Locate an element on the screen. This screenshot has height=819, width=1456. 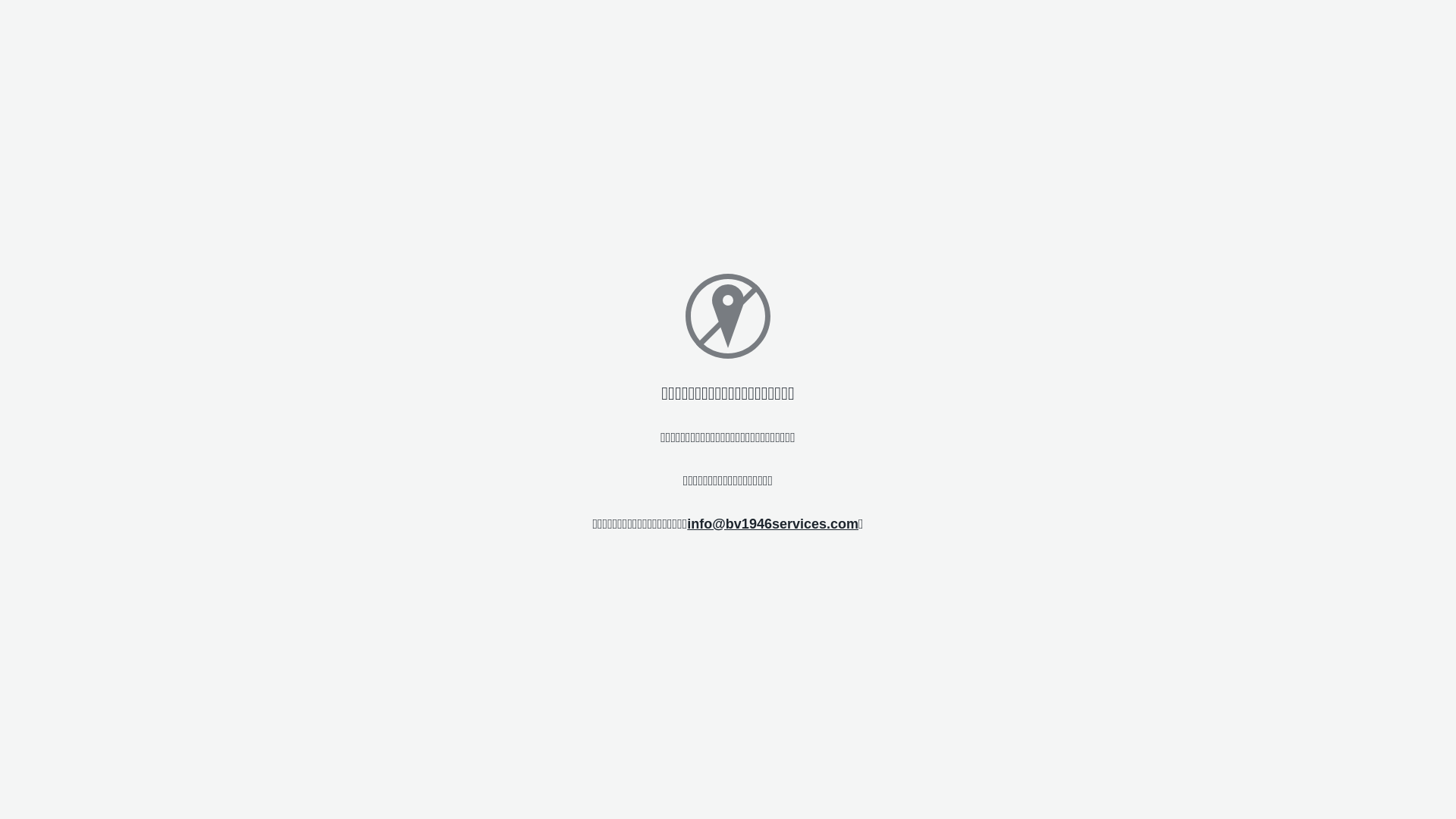
'info@bv1946services.com' is located at coordinates (686, 522).